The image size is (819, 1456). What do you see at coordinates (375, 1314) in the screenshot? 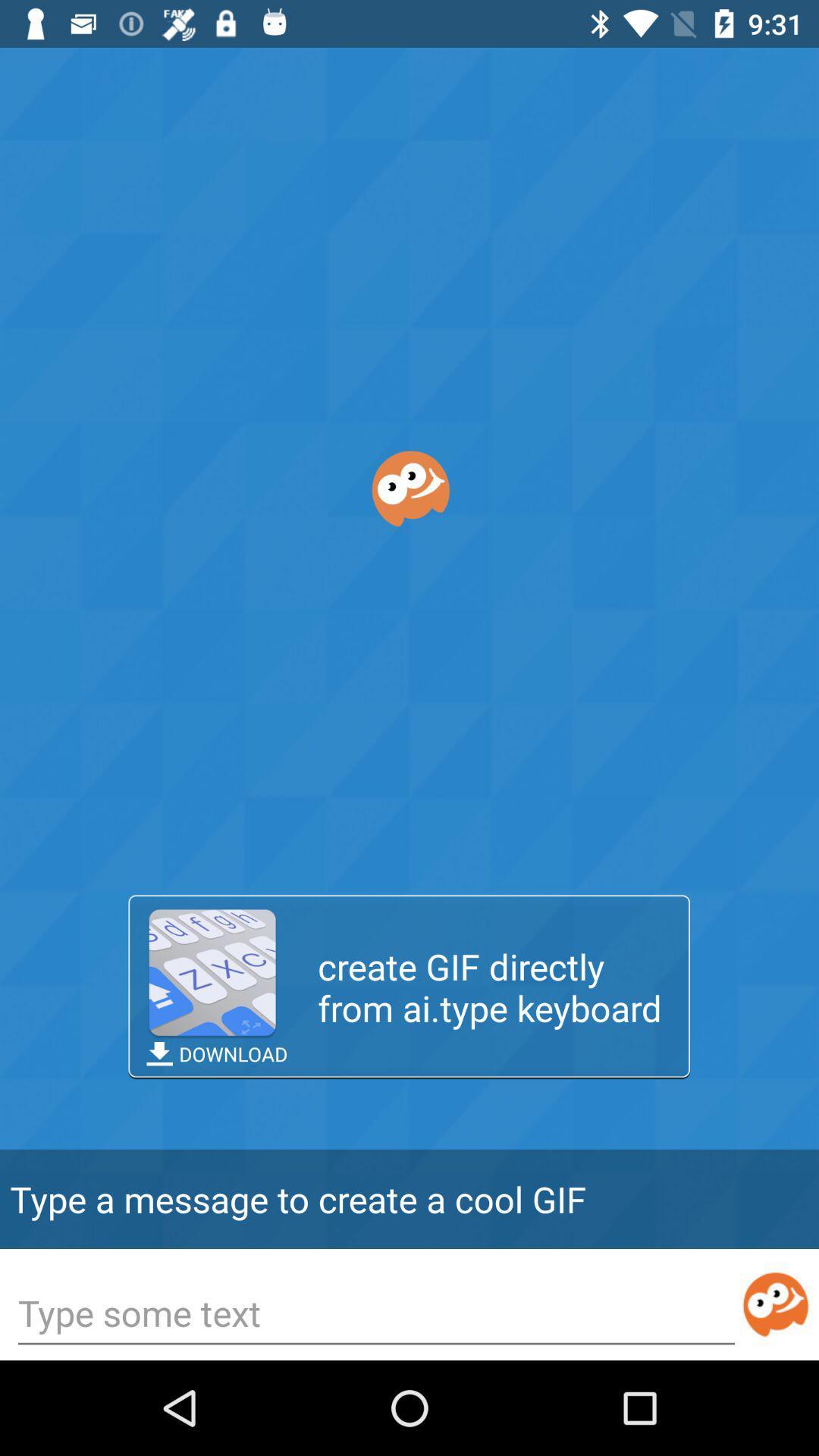
I see `text` at bounding box center [375, 1314].